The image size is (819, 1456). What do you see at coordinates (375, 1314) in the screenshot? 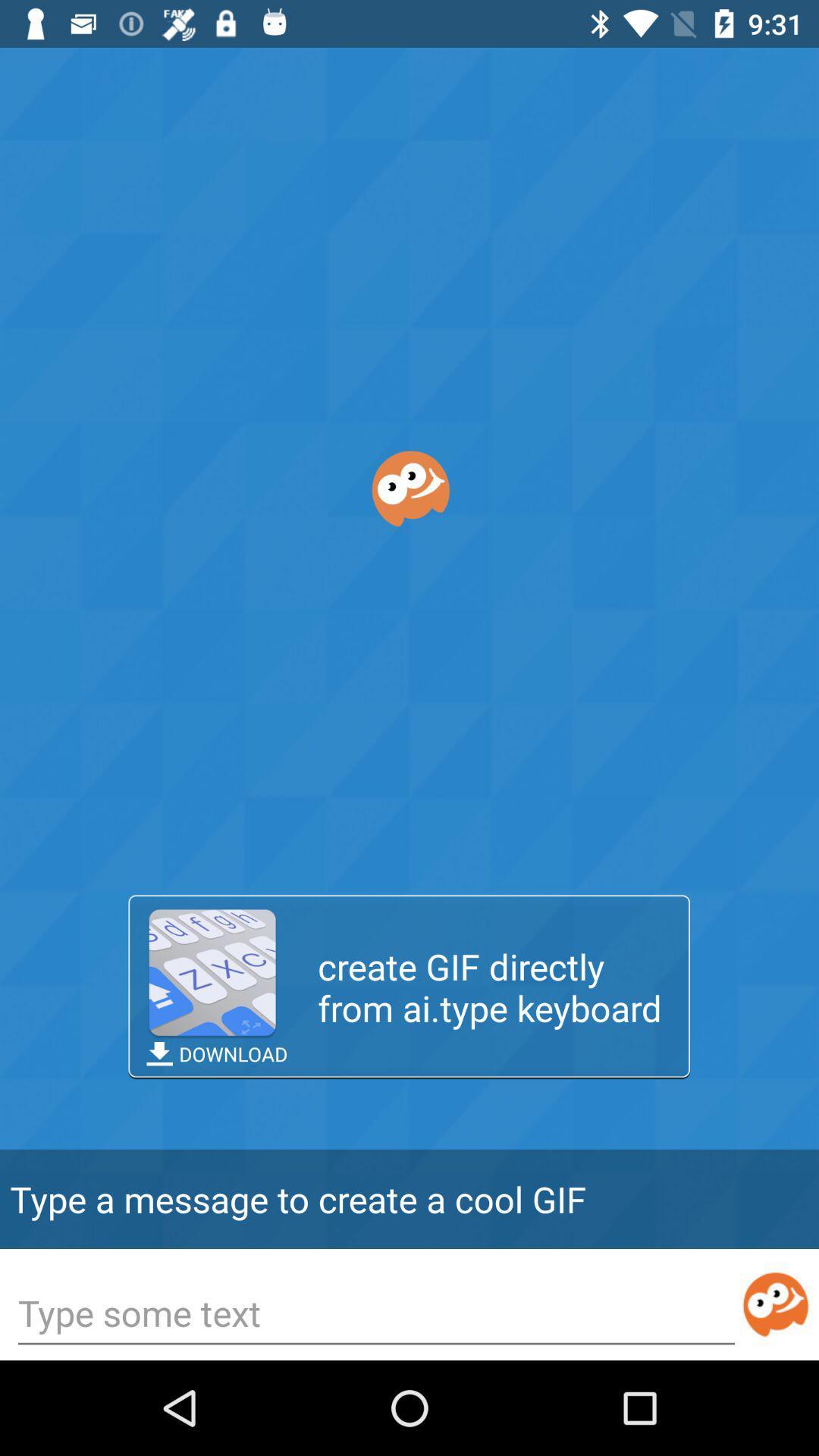
I see `text` at bounding box center [375, 1314].